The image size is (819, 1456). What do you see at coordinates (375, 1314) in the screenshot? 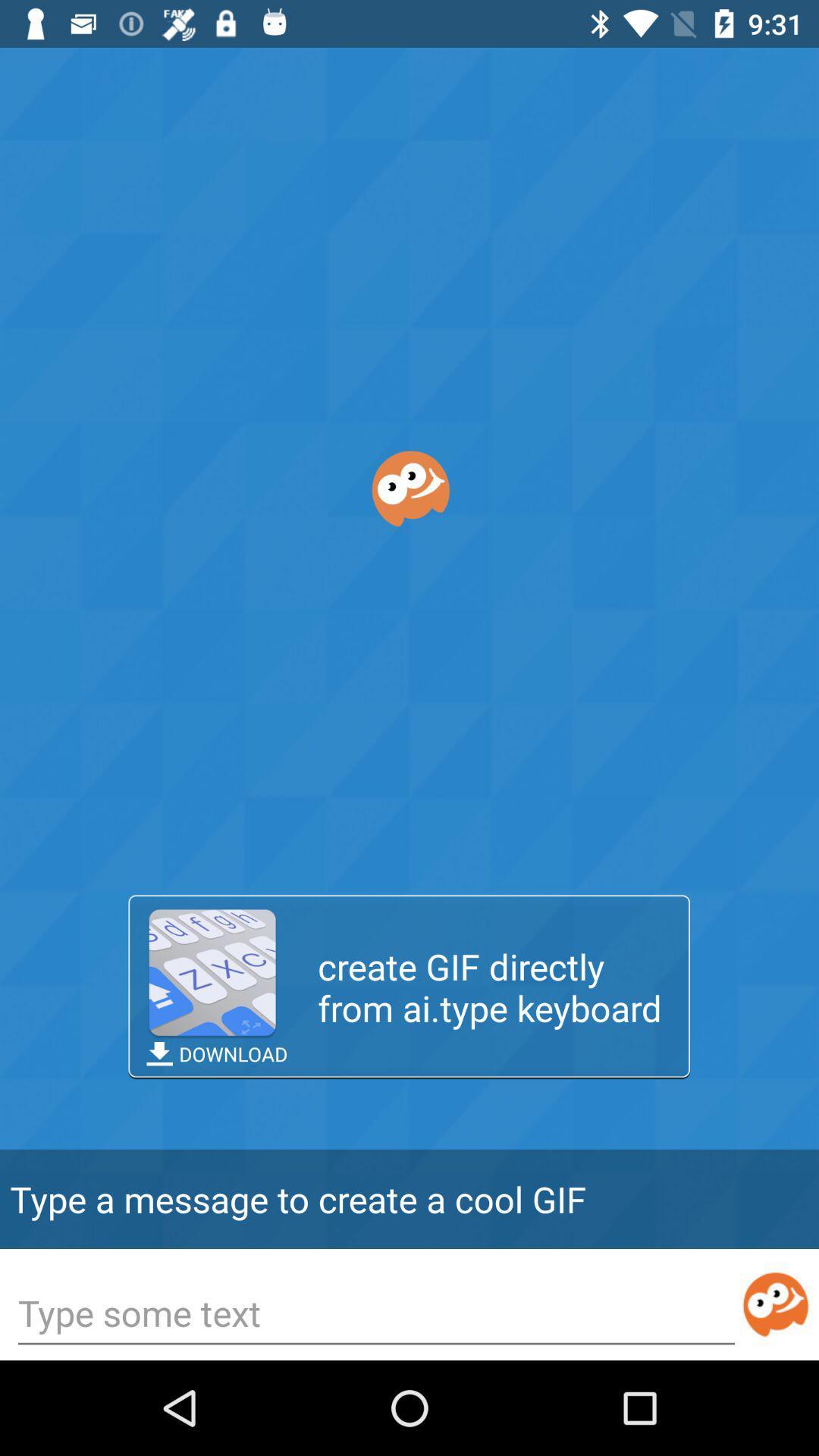
I see `text` at bounding box center [375, 1314].